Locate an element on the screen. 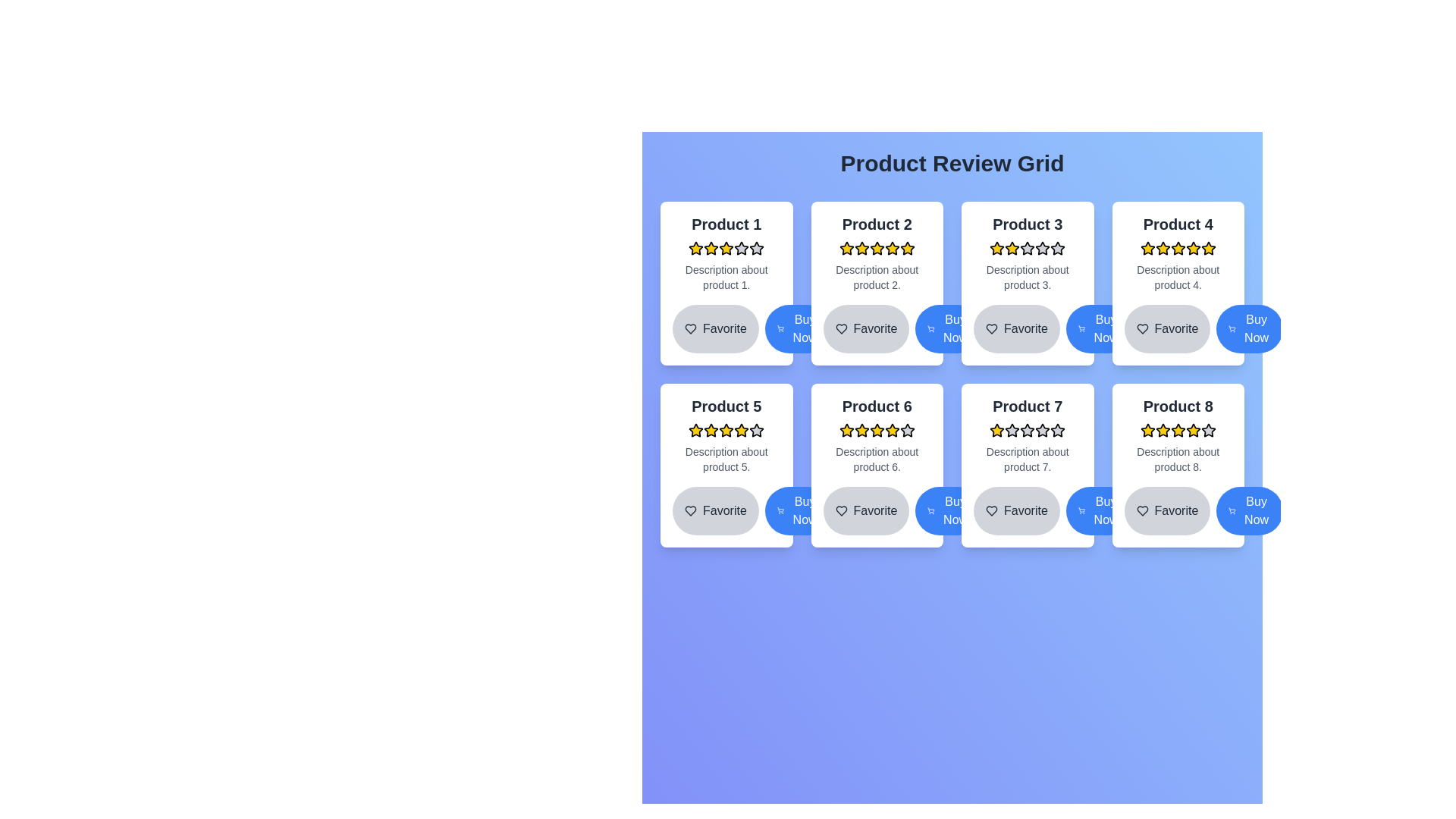 The height and width of the screenshot is (819, 1456). the heart icon representing the 'Favorite' functionality in the product card for 'Product 3', located below the rating stars and product description is located at coordinates (992, 328).